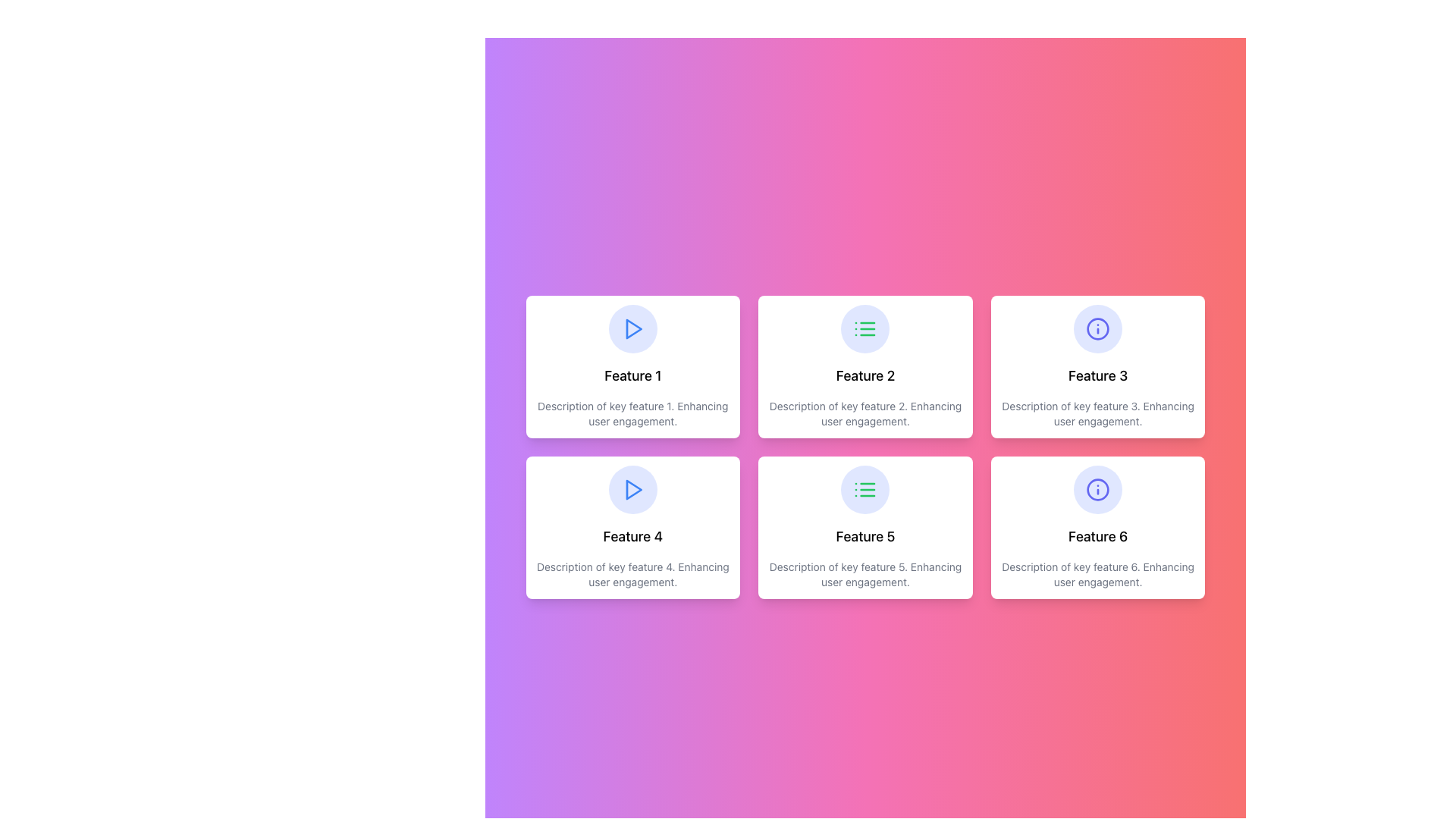 The height and width of the screenshot is (819, 1456). What do you see at coordinates (865, 489) in the screenshot?
I see `the list or categorization icon located in the center of the second row of a 3x2 grid layout within the card labeled 'Feature 5'` at bounding box center [865, 489].